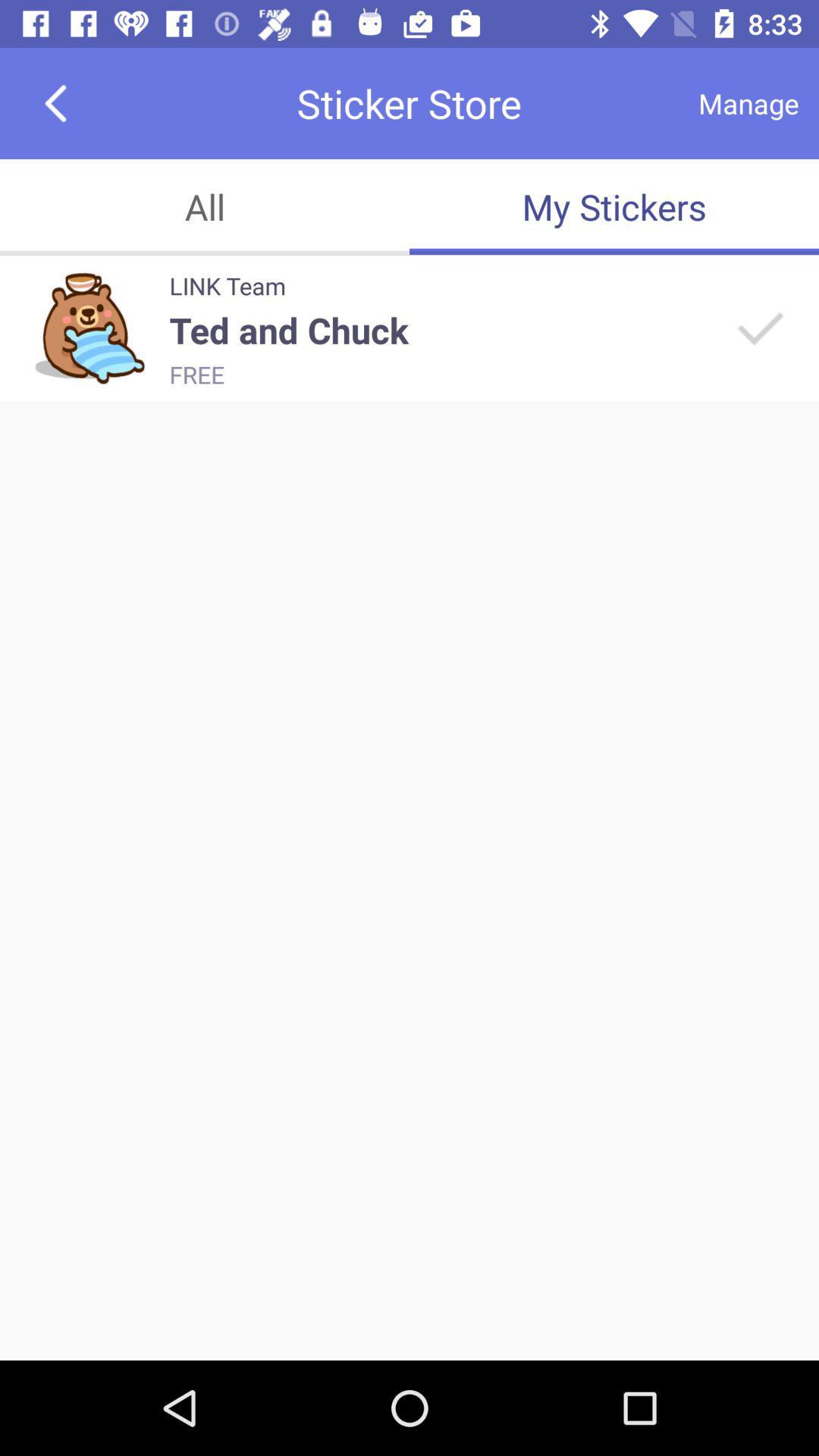 The height and width of the screenshot is (1456, 819). What do you see at coordinates (758, 327) in the screenshot?
I see `the app next to the ted and chuck` at bounding box center [758, 327].